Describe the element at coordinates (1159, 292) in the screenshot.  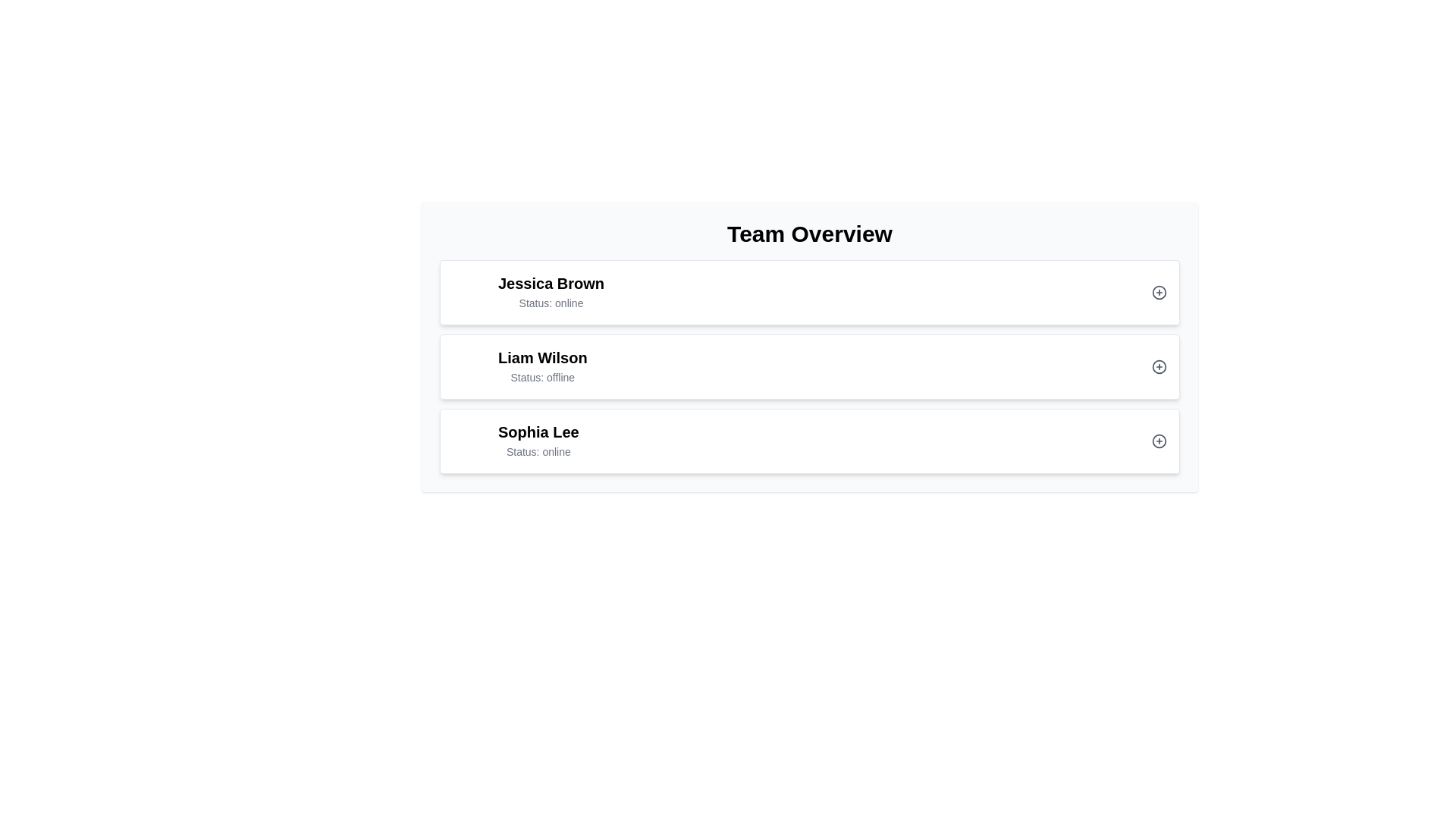
I see `the button` at that location.